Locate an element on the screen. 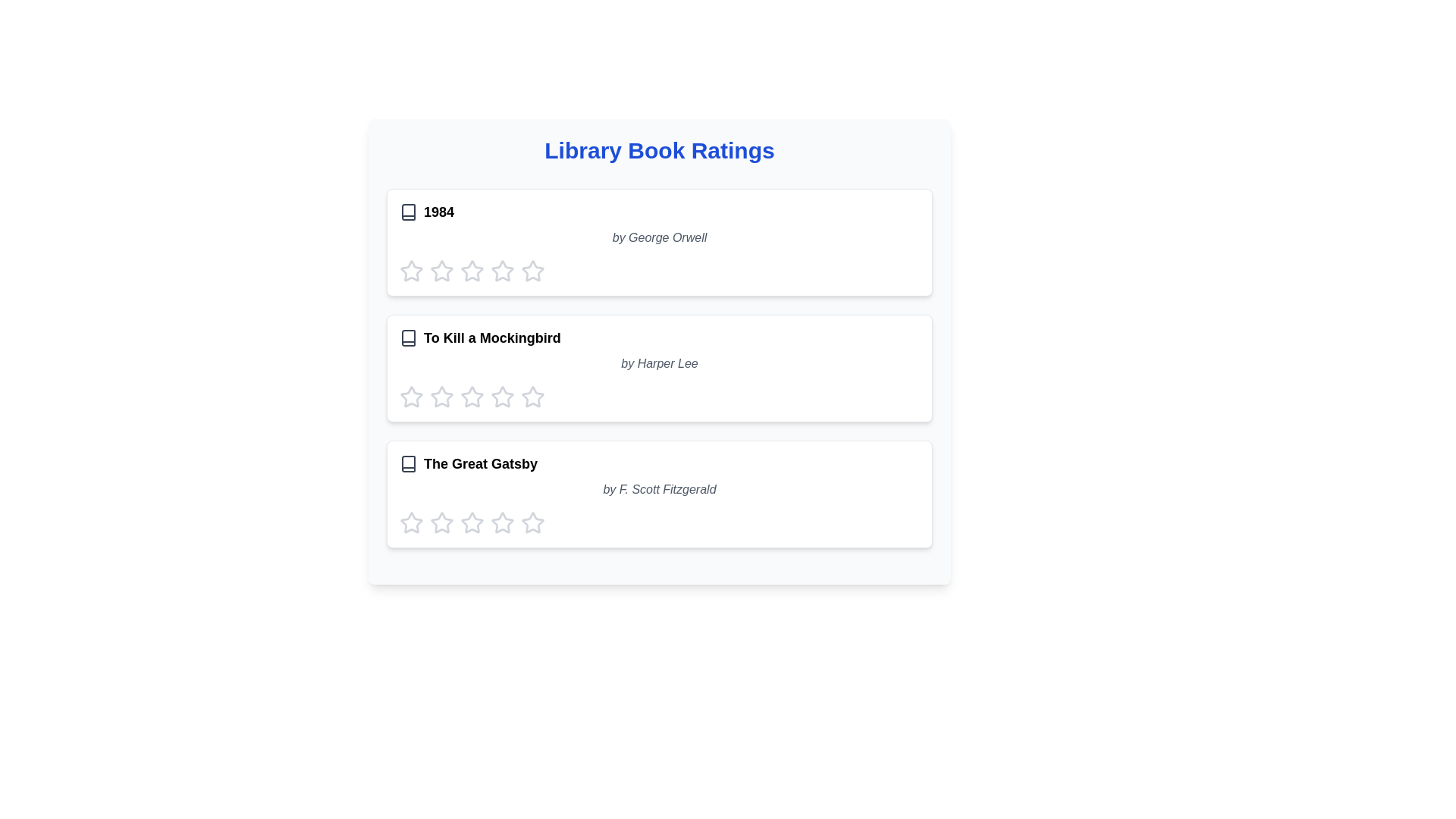 The height and width of the screenshot is (819, 1456). the italicized text label "by Harper Lee" styled in gray, located below the title "To Kill a Mockingbird" and above the star rating row is located at coordinates (659, 363).